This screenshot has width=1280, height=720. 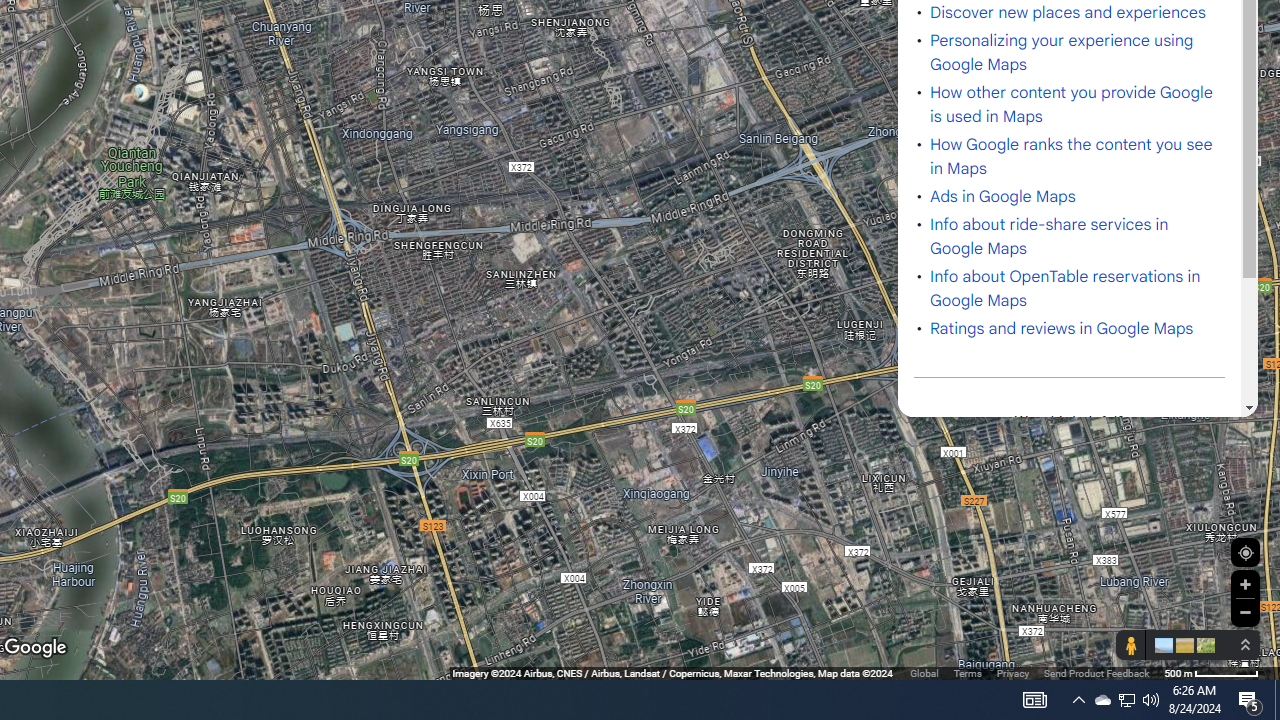 I want to click on 'Show Street View coverage', so click(x=1130, y=645).